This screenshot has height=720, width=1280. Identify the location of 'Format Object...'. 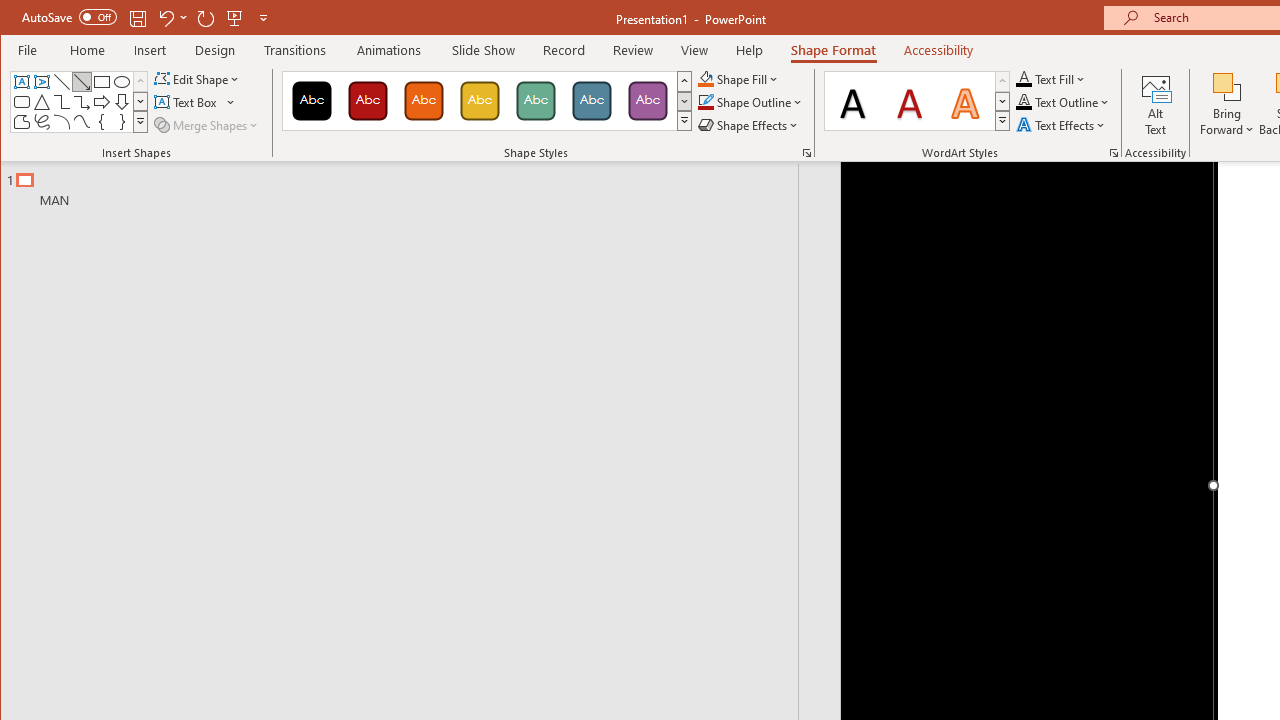
(807, 152).